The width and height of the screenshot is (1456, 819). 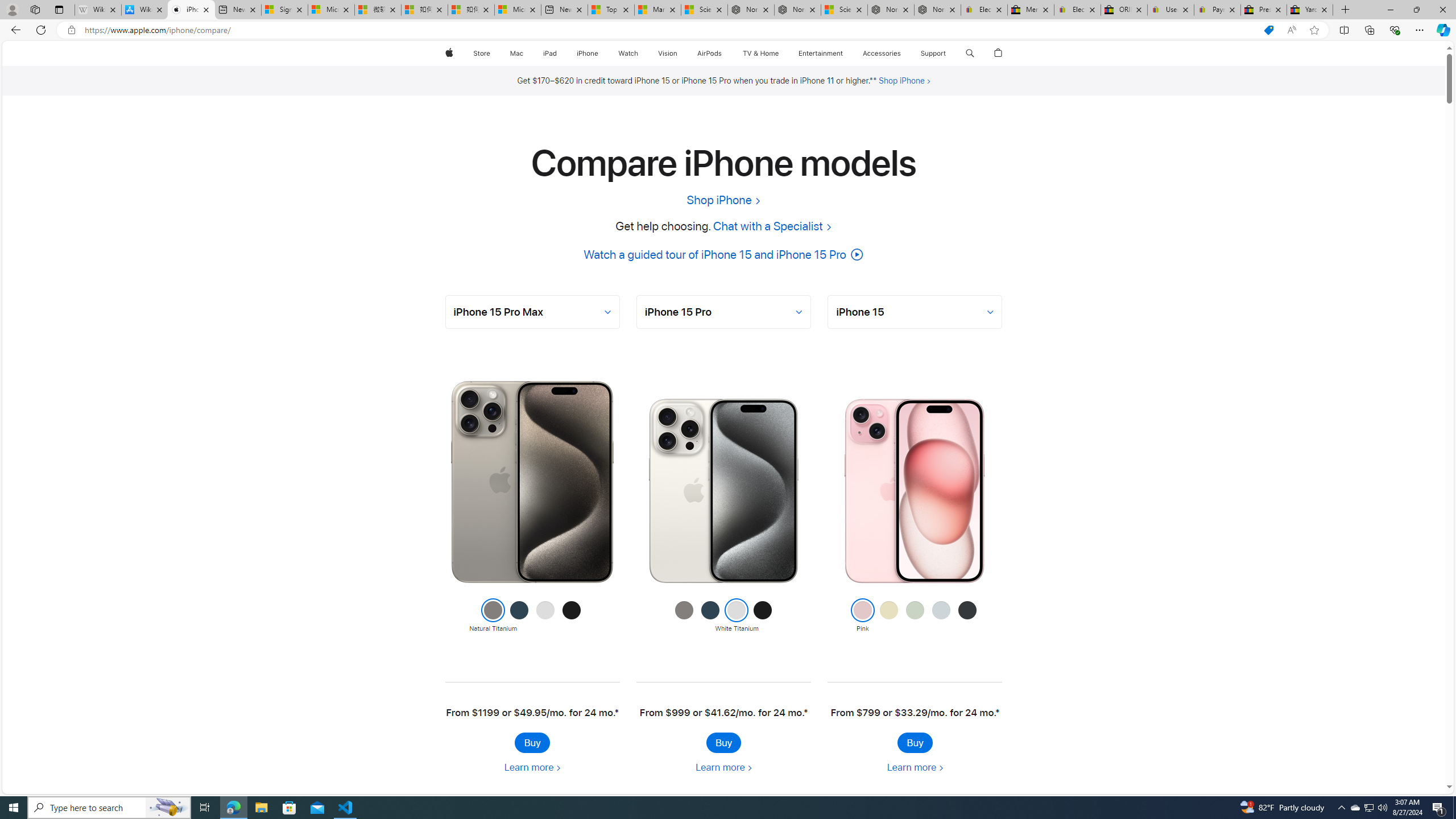 What do you see at coordinates (668, 53) in the screenshot?
I see `'Vision'` at bounding box center [668, 53].